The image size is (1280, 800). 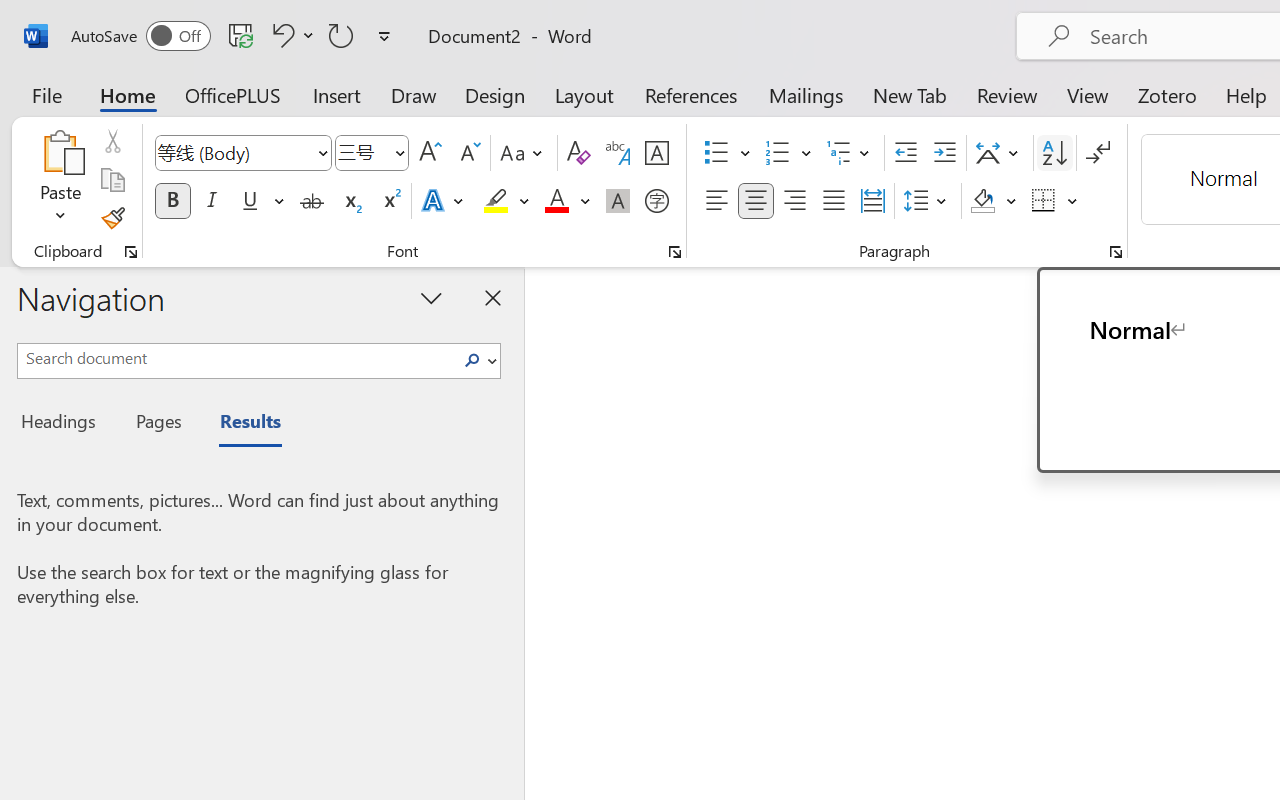 What do you see at coordinates (905, 153) in the screenshot?
I see `'Decrease Indent'` at bounding box center [905, 153].